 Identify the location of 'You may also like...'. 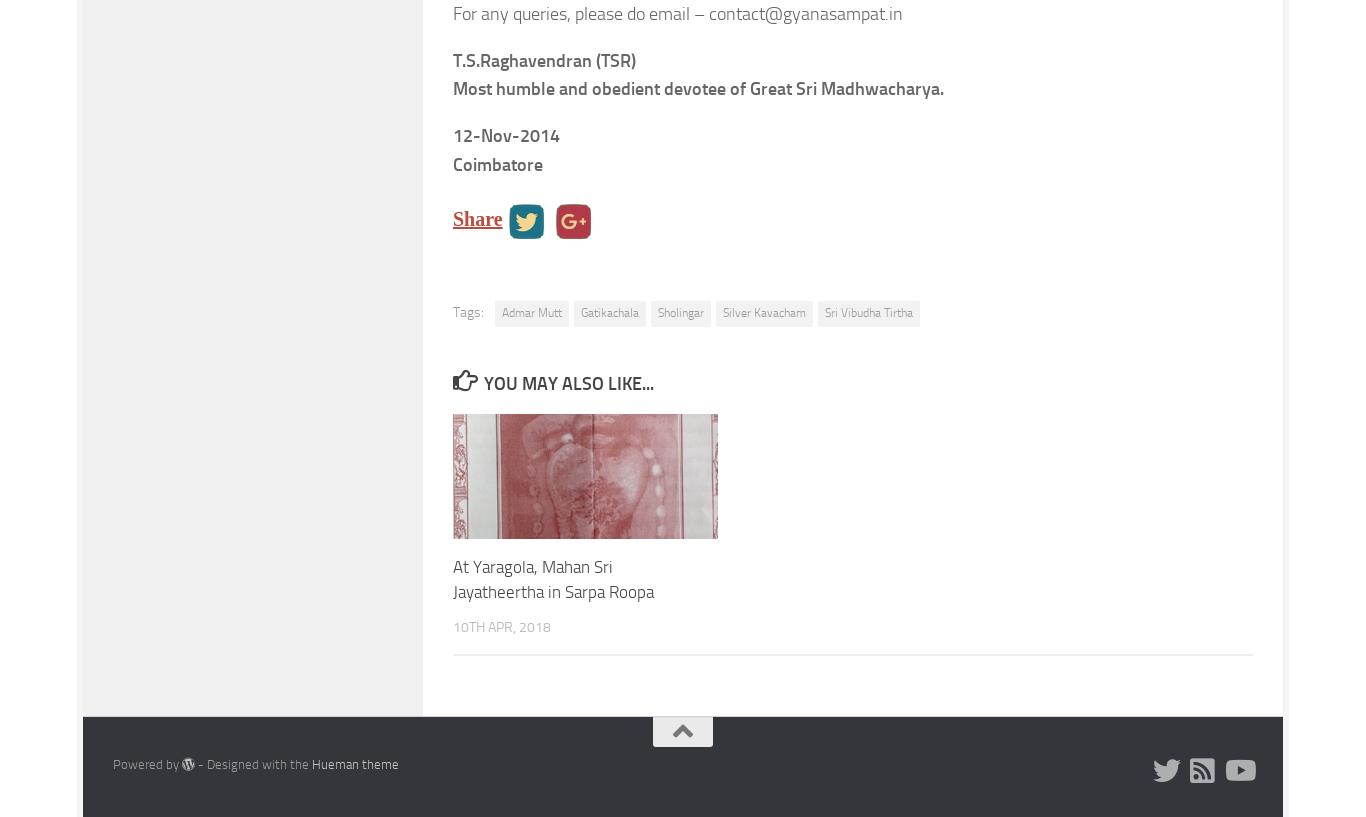
(567, 382).